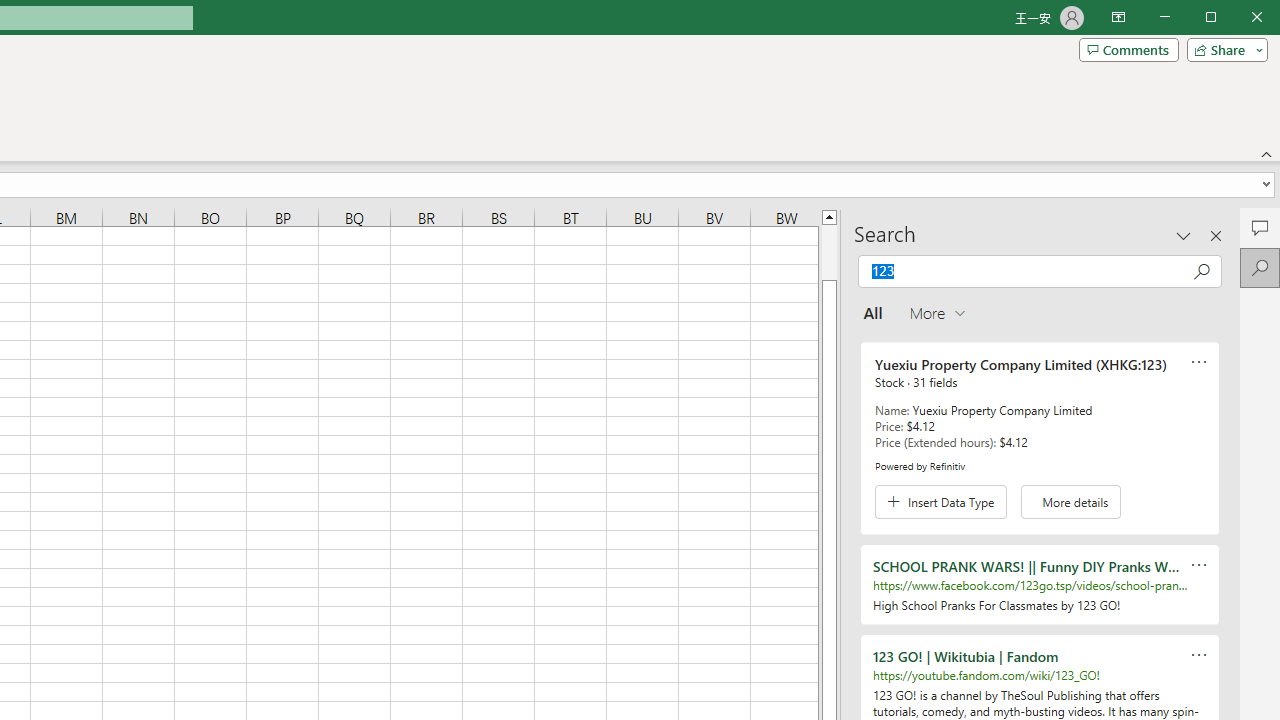  Describe the element at coordinates (1216, 19) in the screenshot. I see `'Minimize'` at that location.